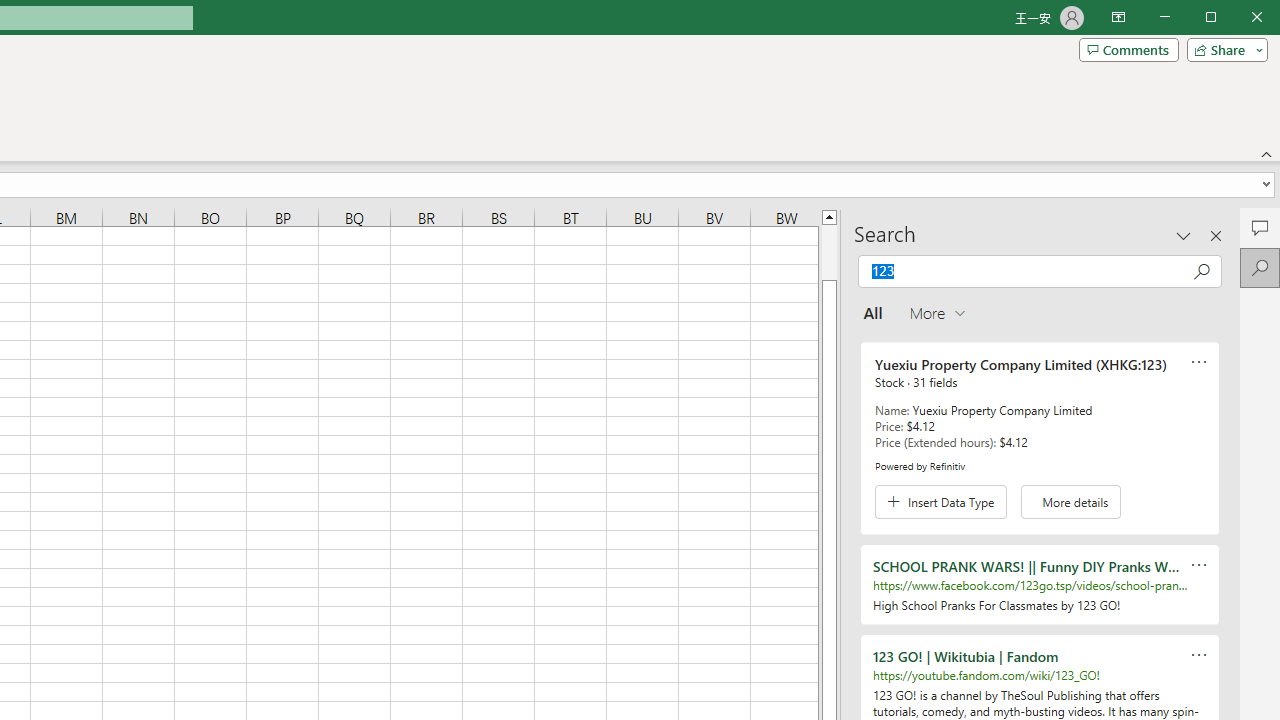  Describe the element at coordinates (1216, 19) in the screenshot. I see `'Minimize'` at that location.